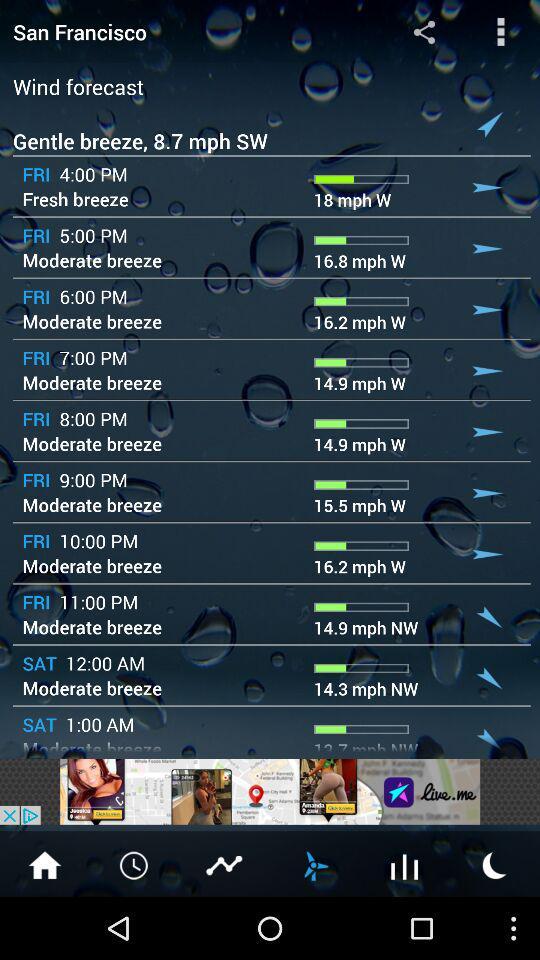 The image size is (540, 960). What do you see at coordinates (494, 863) in the screenshot?
I see `night mode` at bounding box center [494, 863].